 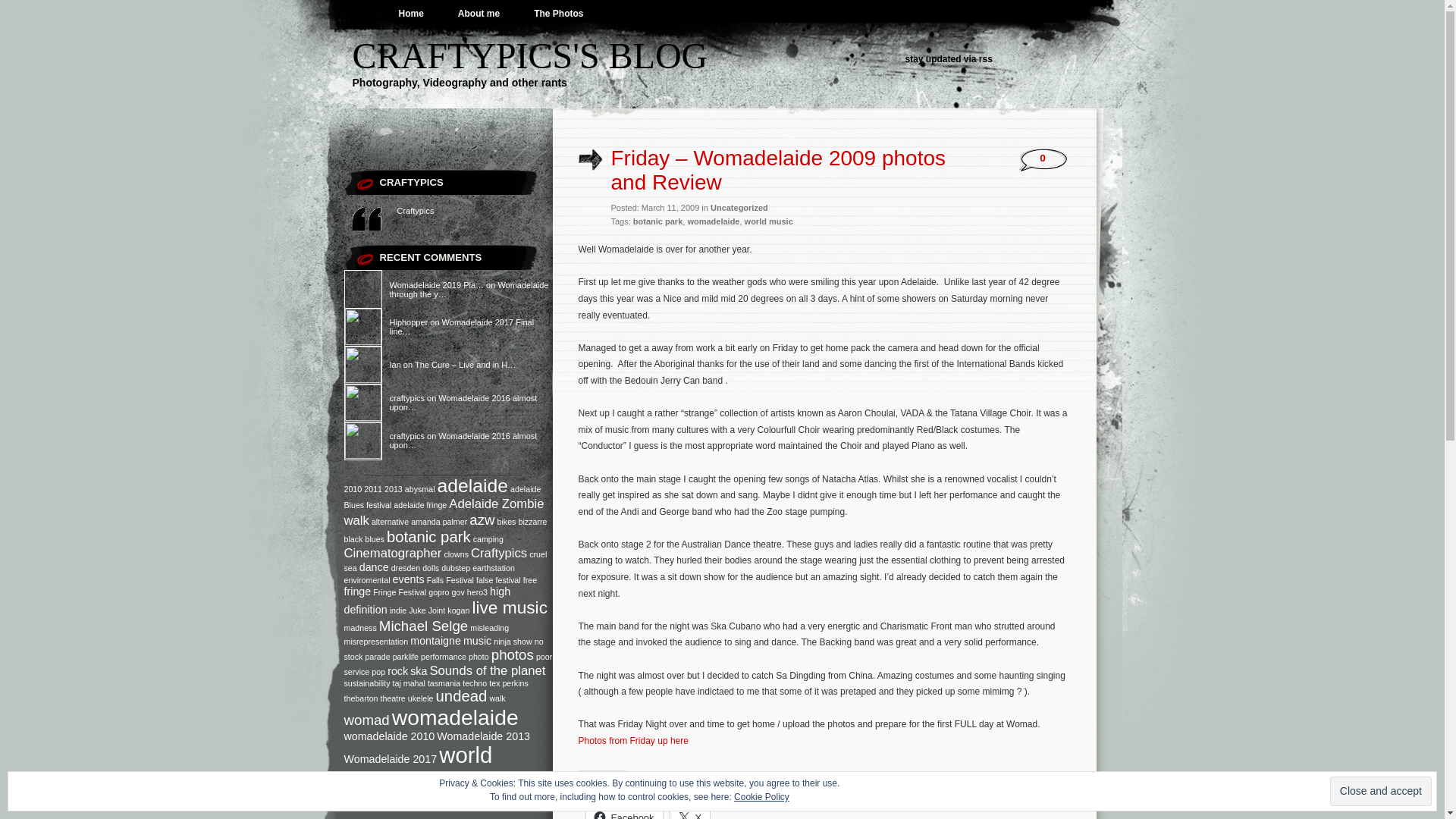 What do you see at coordinates (526, 14) in the screenshot?
I see `'The Photos'` at bounding box center [526, 14].